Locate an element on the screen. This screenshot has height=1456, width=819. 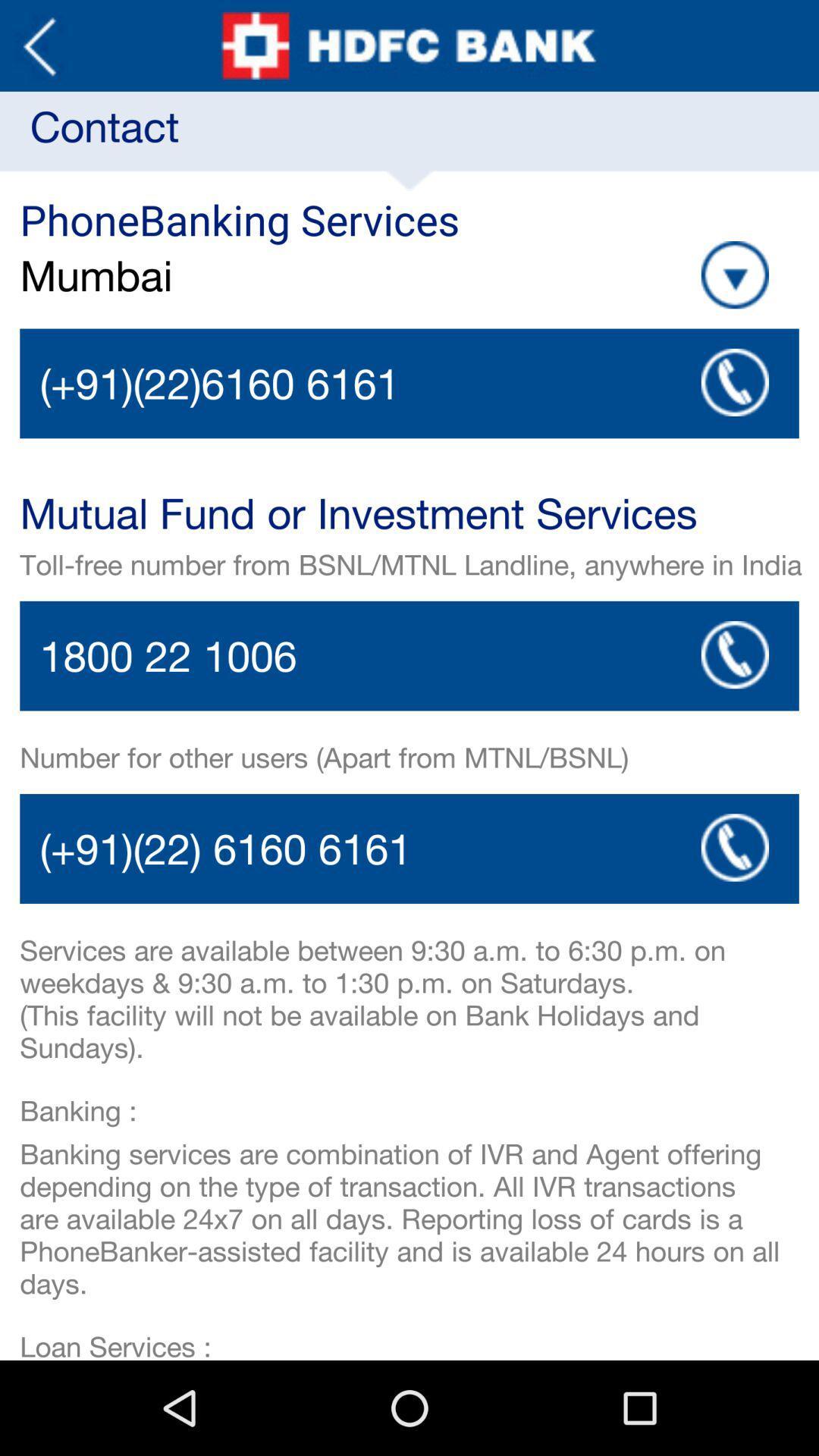
contact symbol is located at coordinates (734, 654).